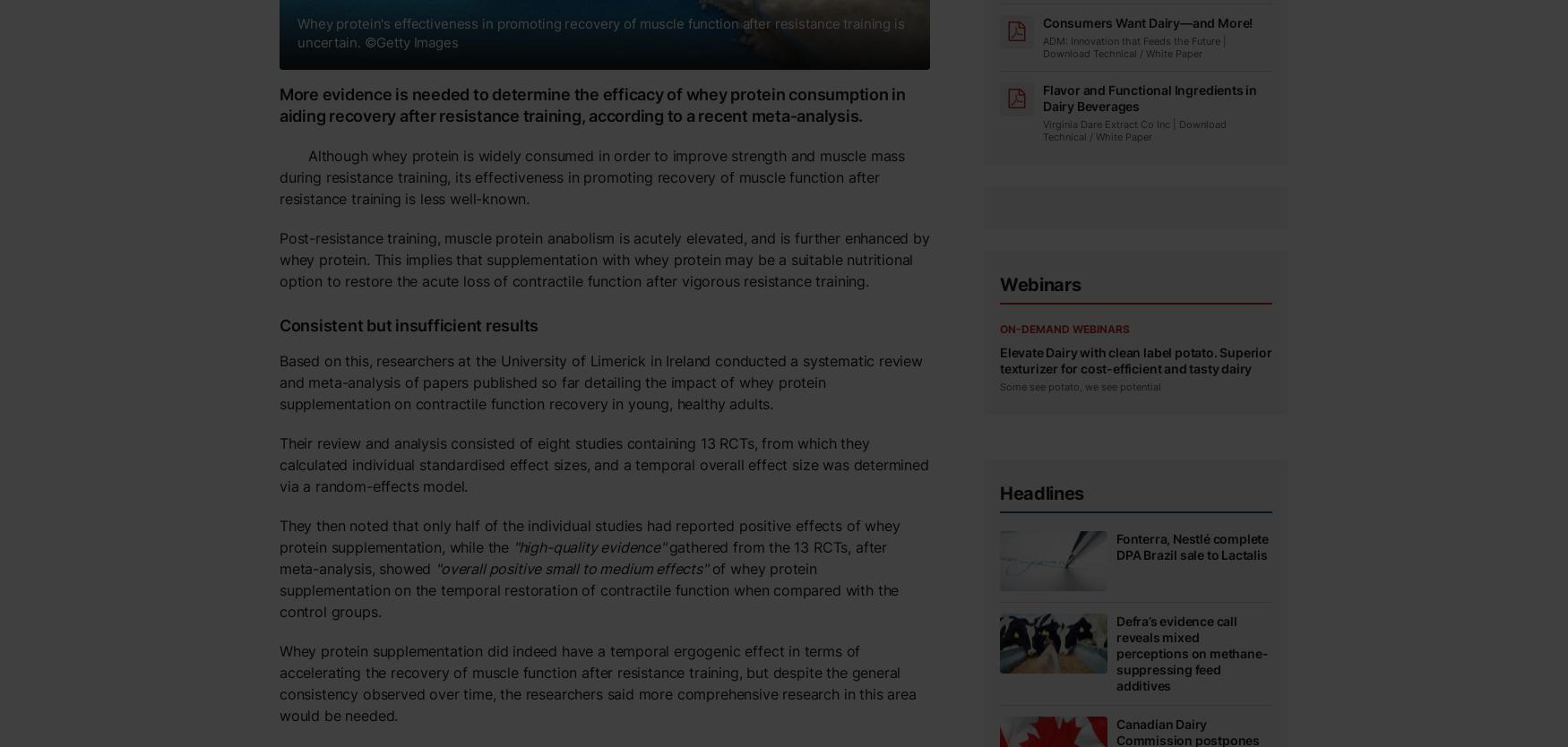  What do you see at coordinates (1116, 653) in the screenshot?
I see `'Defra’s evidence call reveals mixed perceptions on methane-suppressing feed additives'` at bounding box center [1116, 653].